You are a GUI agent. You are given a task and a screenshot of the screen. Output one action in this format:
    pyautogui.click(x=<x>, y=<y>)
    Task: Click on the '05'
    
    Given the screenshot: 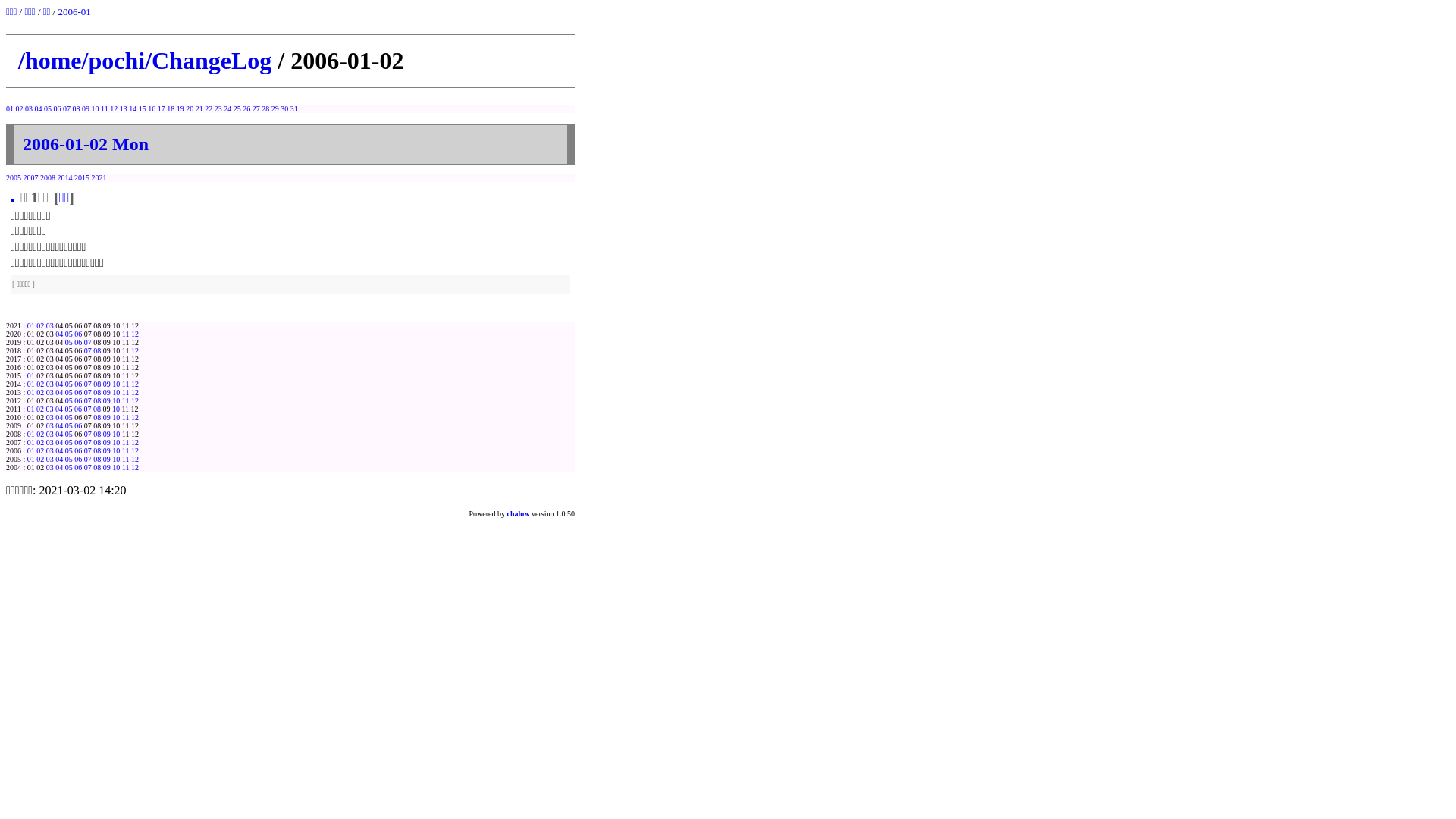 What is the action you would take?
    pyautogui.click(x=68, y=466)
    